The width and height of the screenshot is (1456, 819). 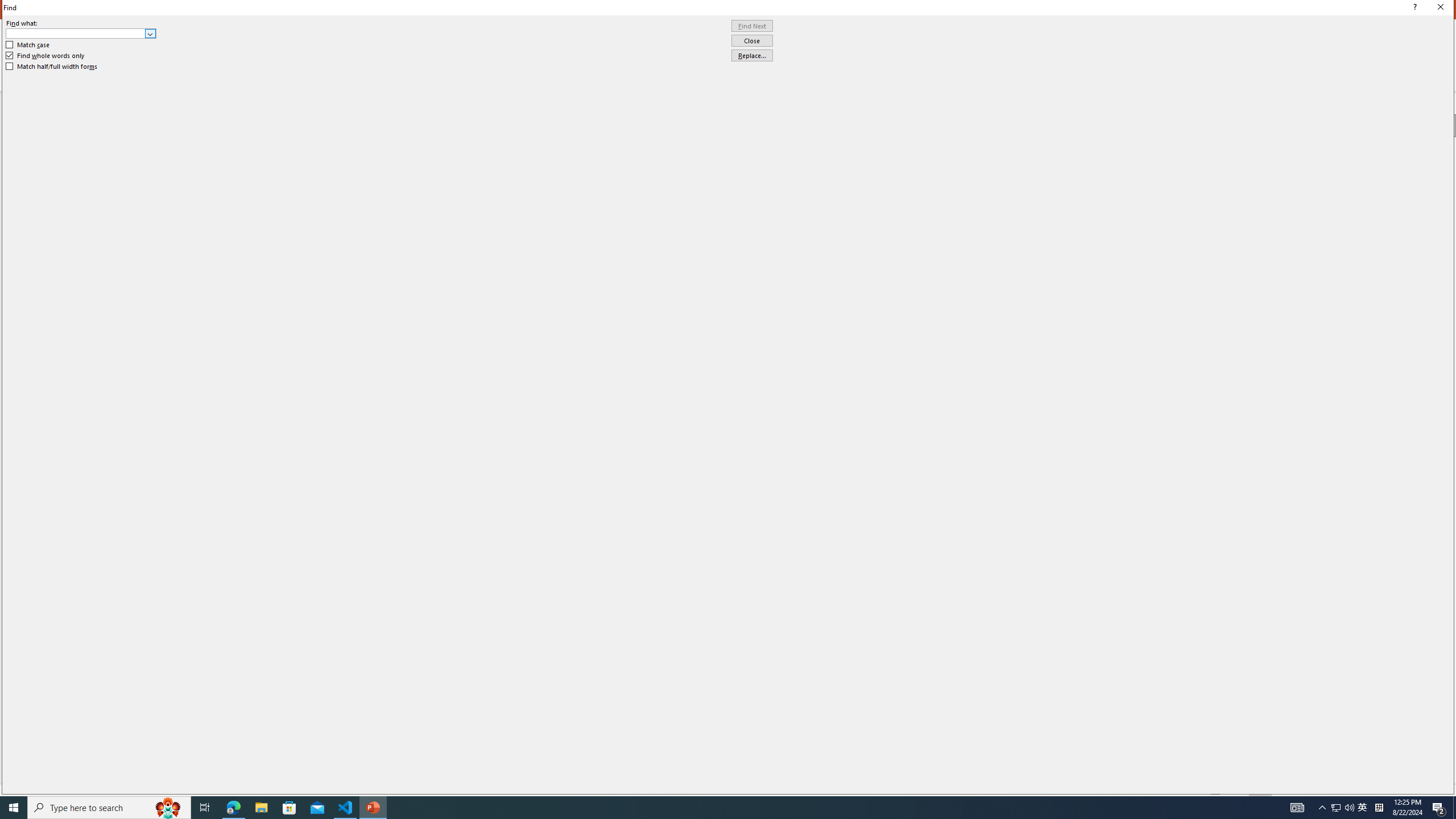 What do you see at coordinates (76, 33) in the screenshot?
I see `'Find what'` at bounding box center [76, 33].